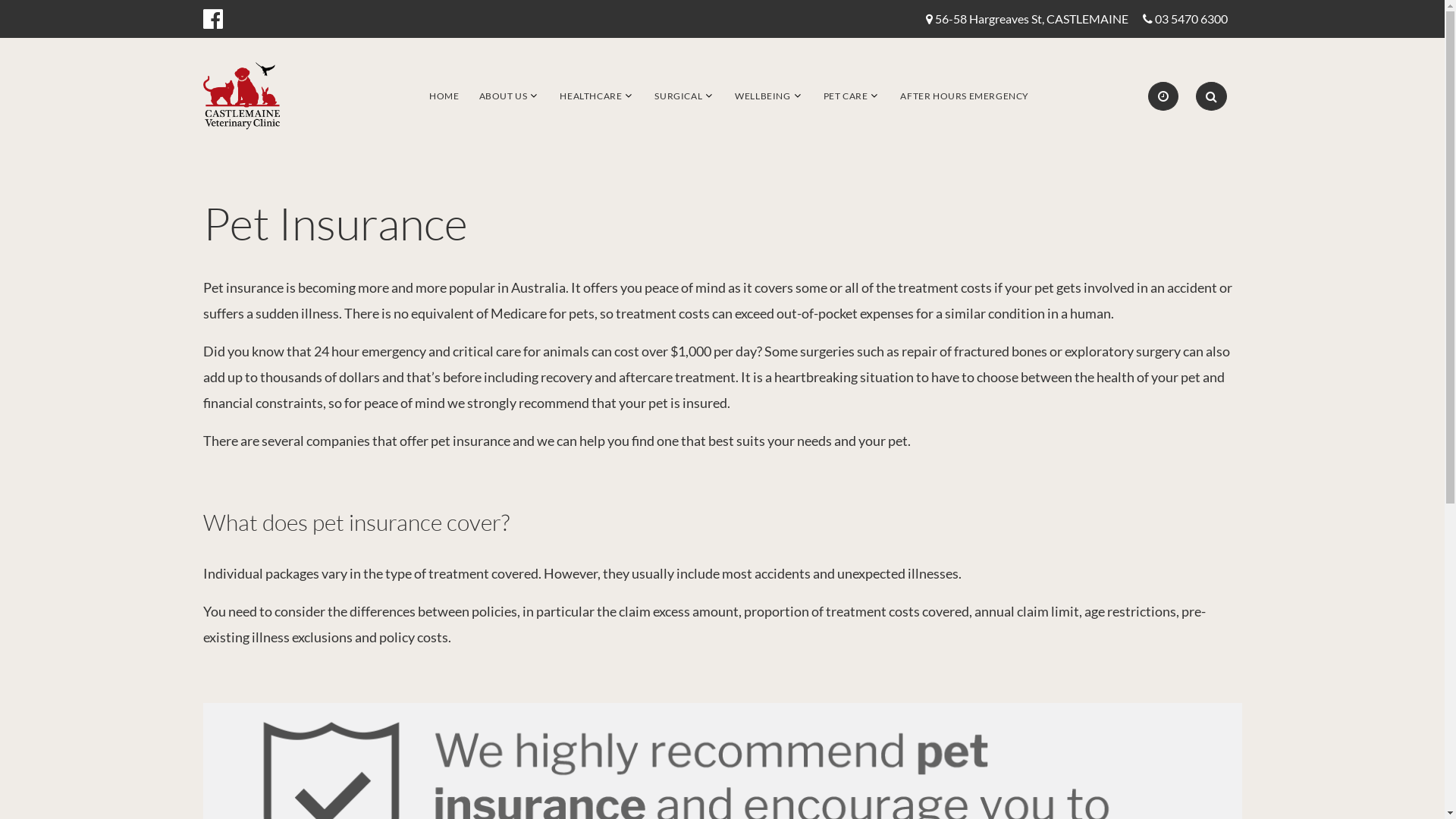 This screenshot has width=1456, height=819. I want to click on '03 5470 6300', so click(1189, 19).